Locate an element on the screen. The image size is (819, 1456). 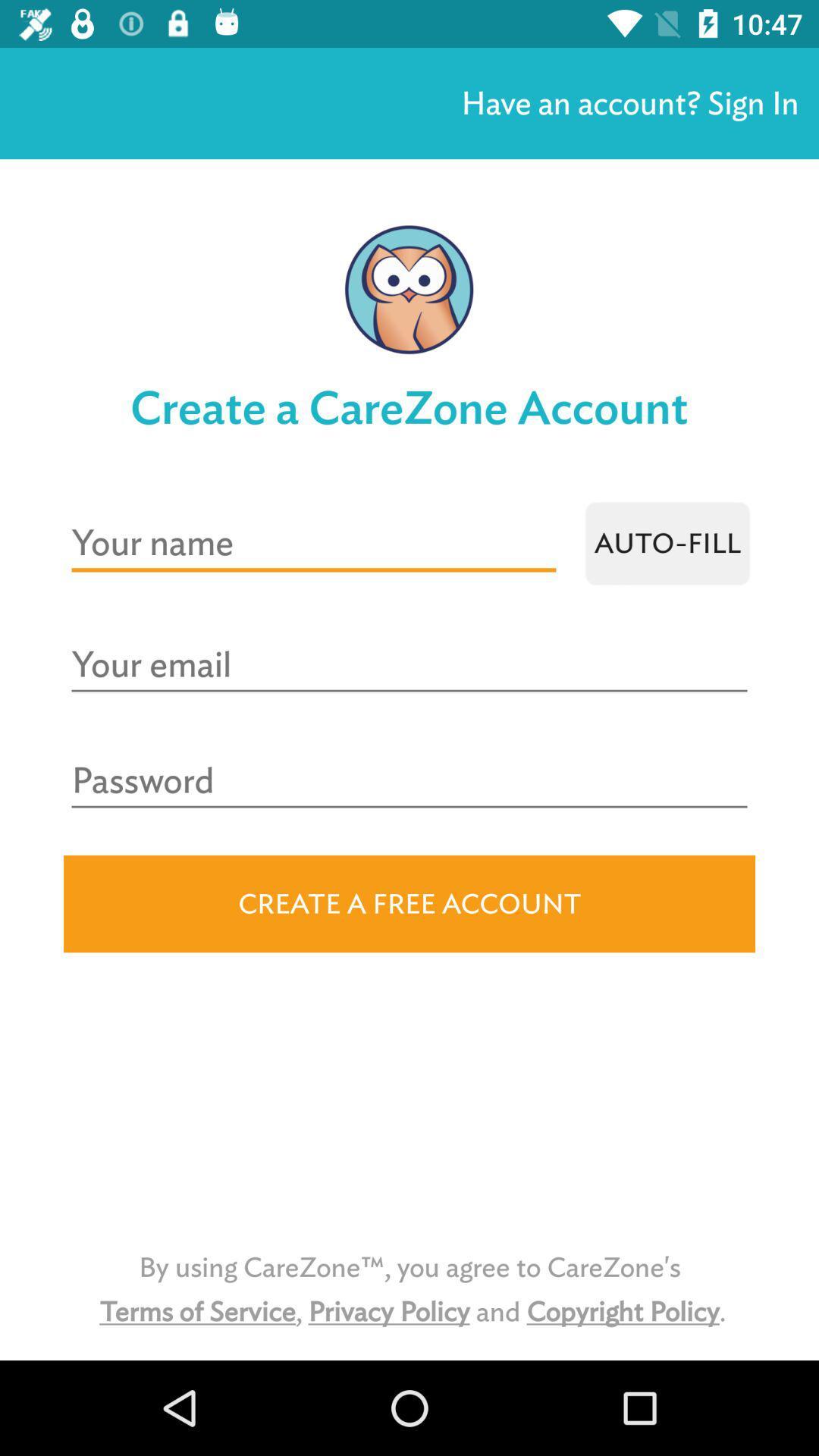
by using carezone icon is located at coordinates (409, 1288).